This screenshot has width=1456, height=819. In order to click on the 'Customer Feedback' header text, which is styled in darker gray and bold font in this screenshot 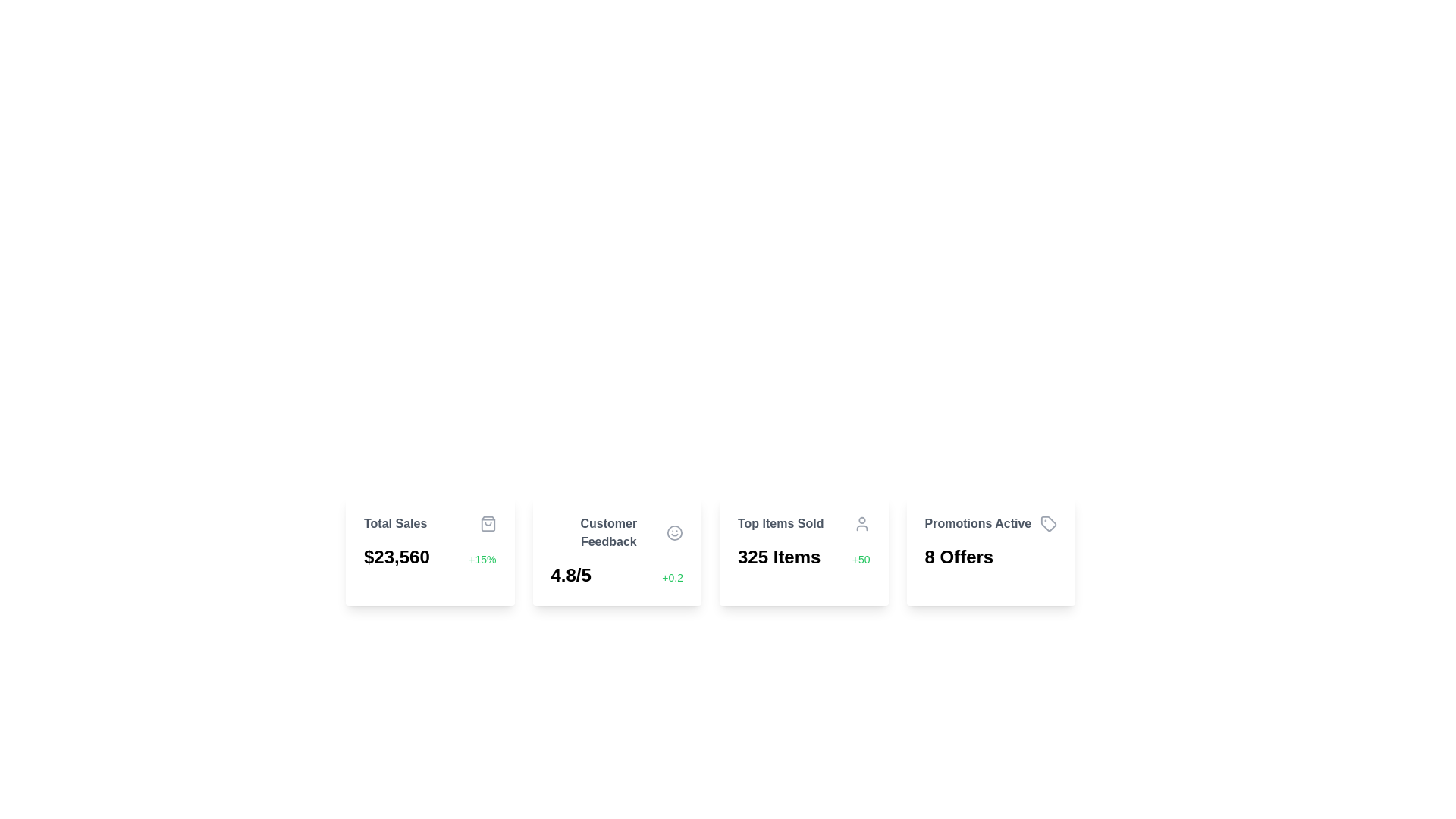, I will do `click(617, 532)`.